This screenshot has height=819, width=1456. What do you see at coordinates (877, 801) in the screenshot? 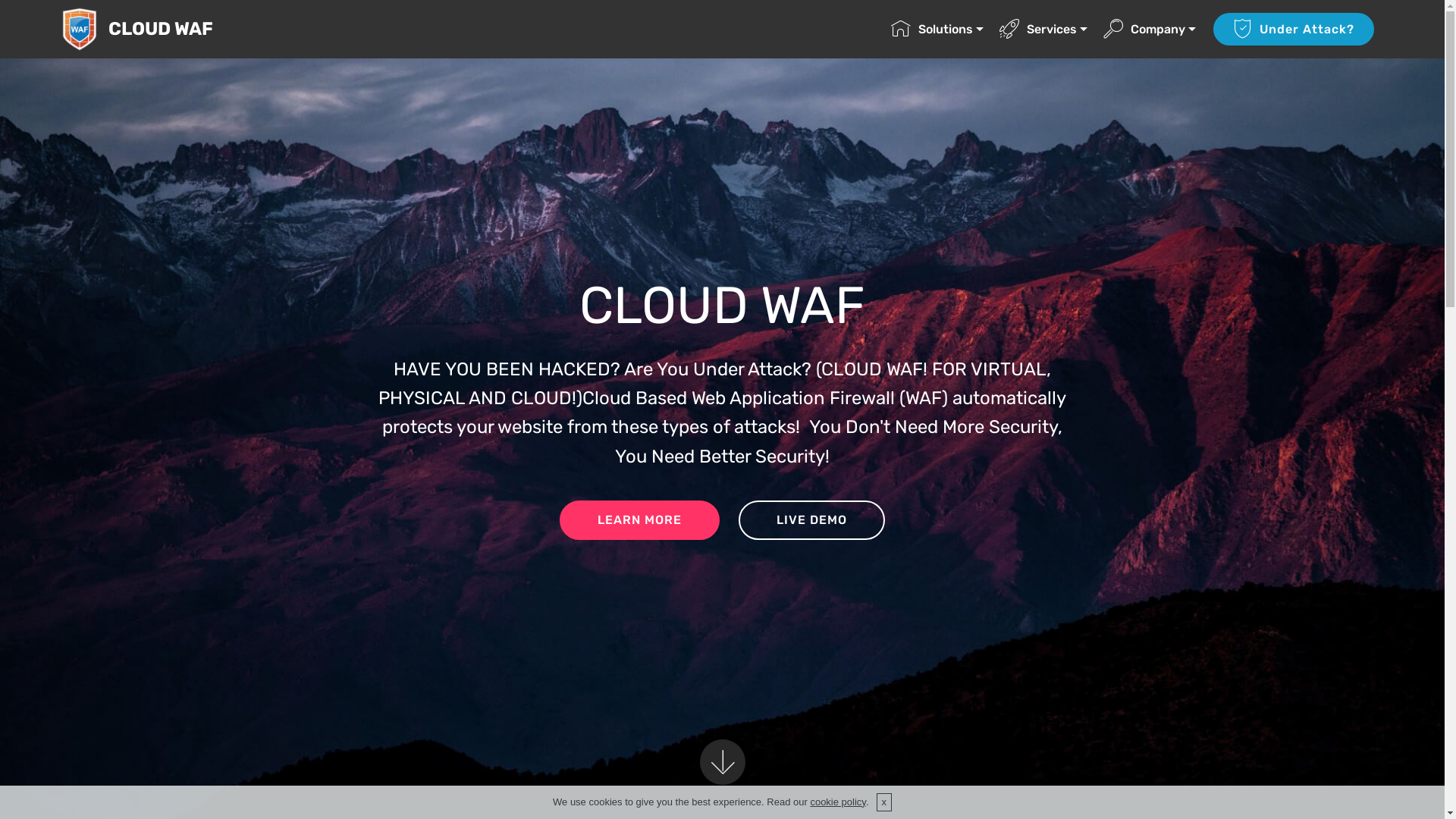
I see `'x'` at bounding box center [877, 801].